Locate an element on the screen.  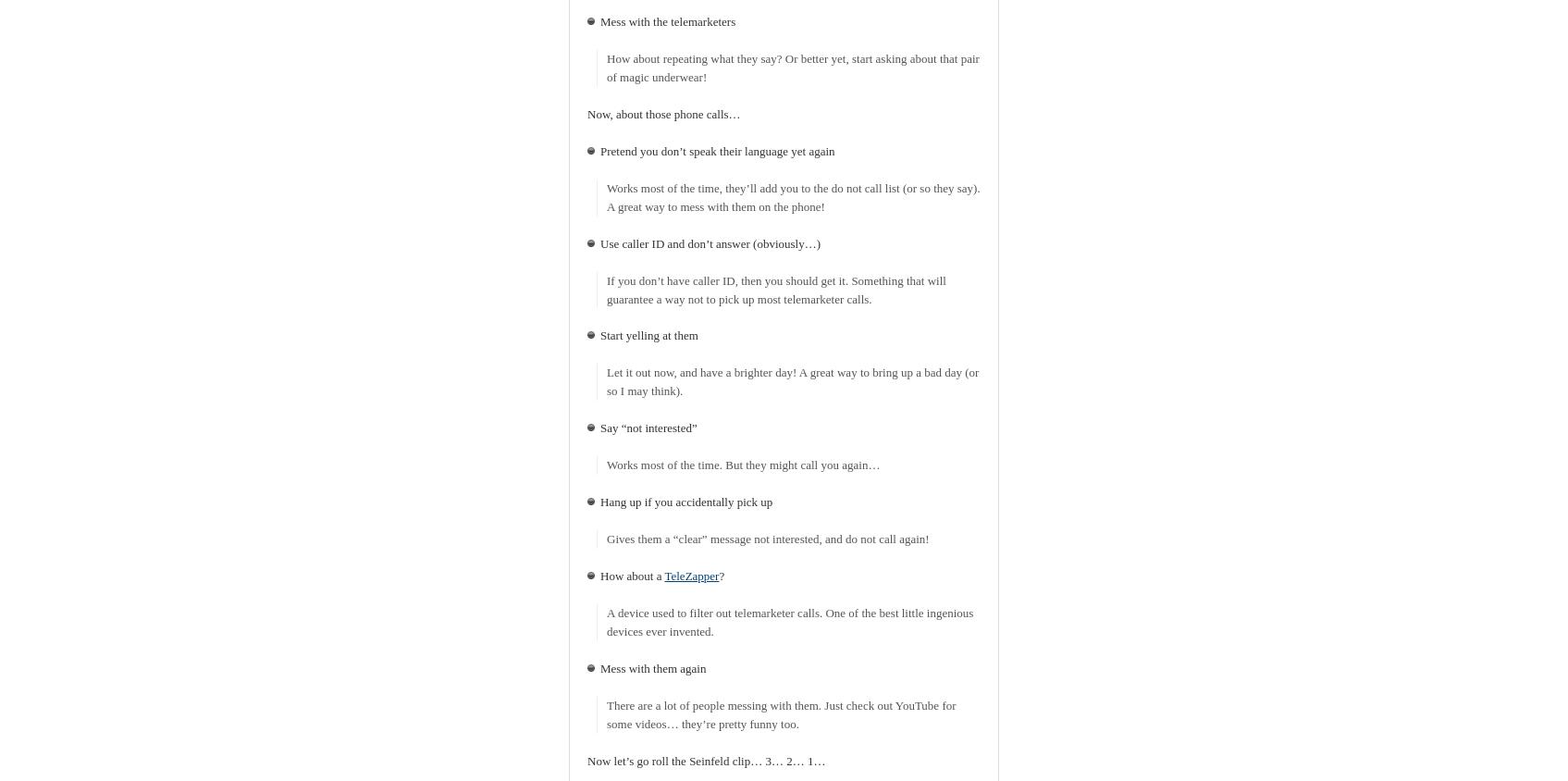
'Mess with them again' is located at coordinates (652, 667).